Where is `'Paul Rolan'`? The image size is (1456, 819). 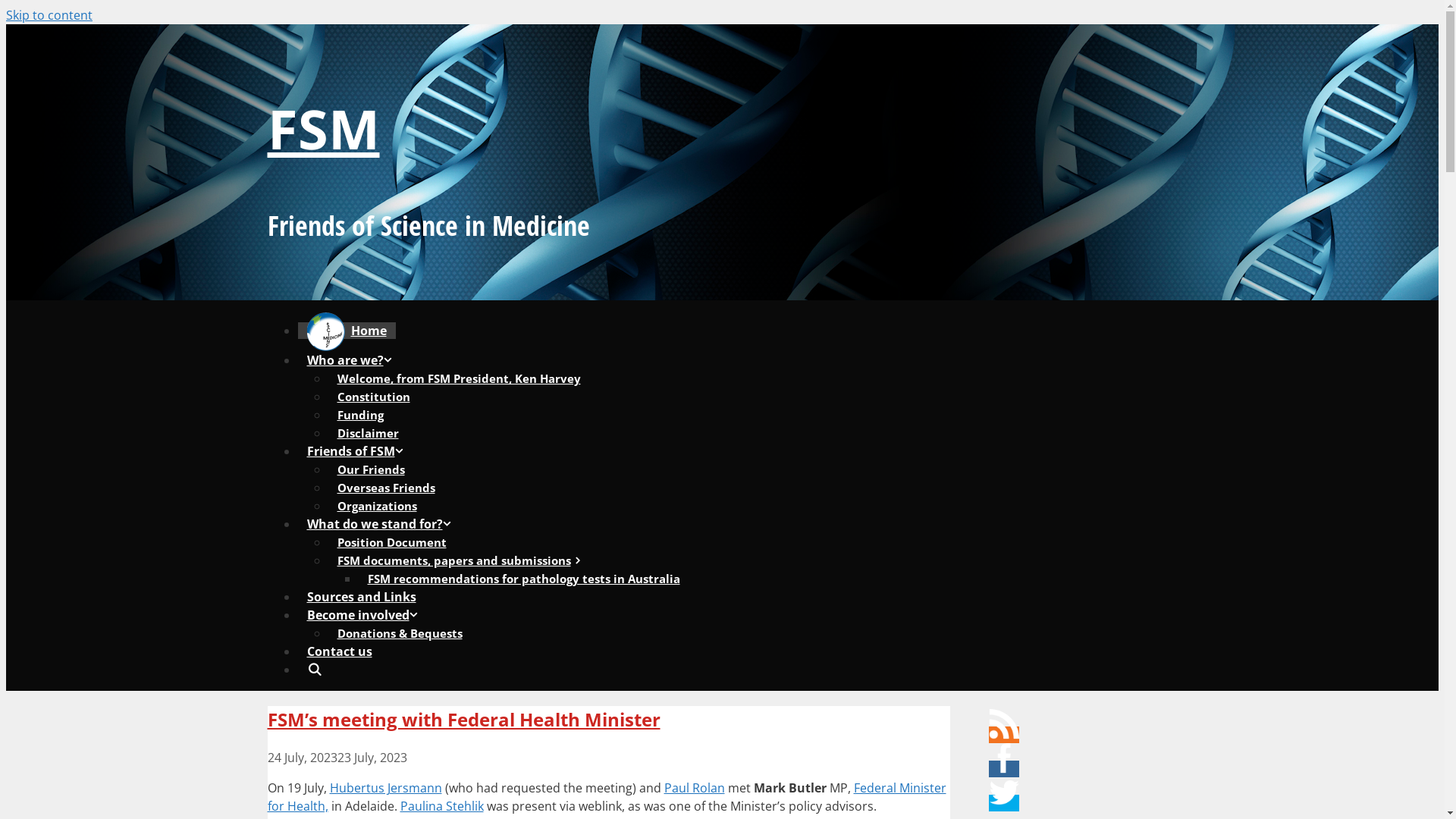
'Paul Rolan' is located at coordinates (694, 786).